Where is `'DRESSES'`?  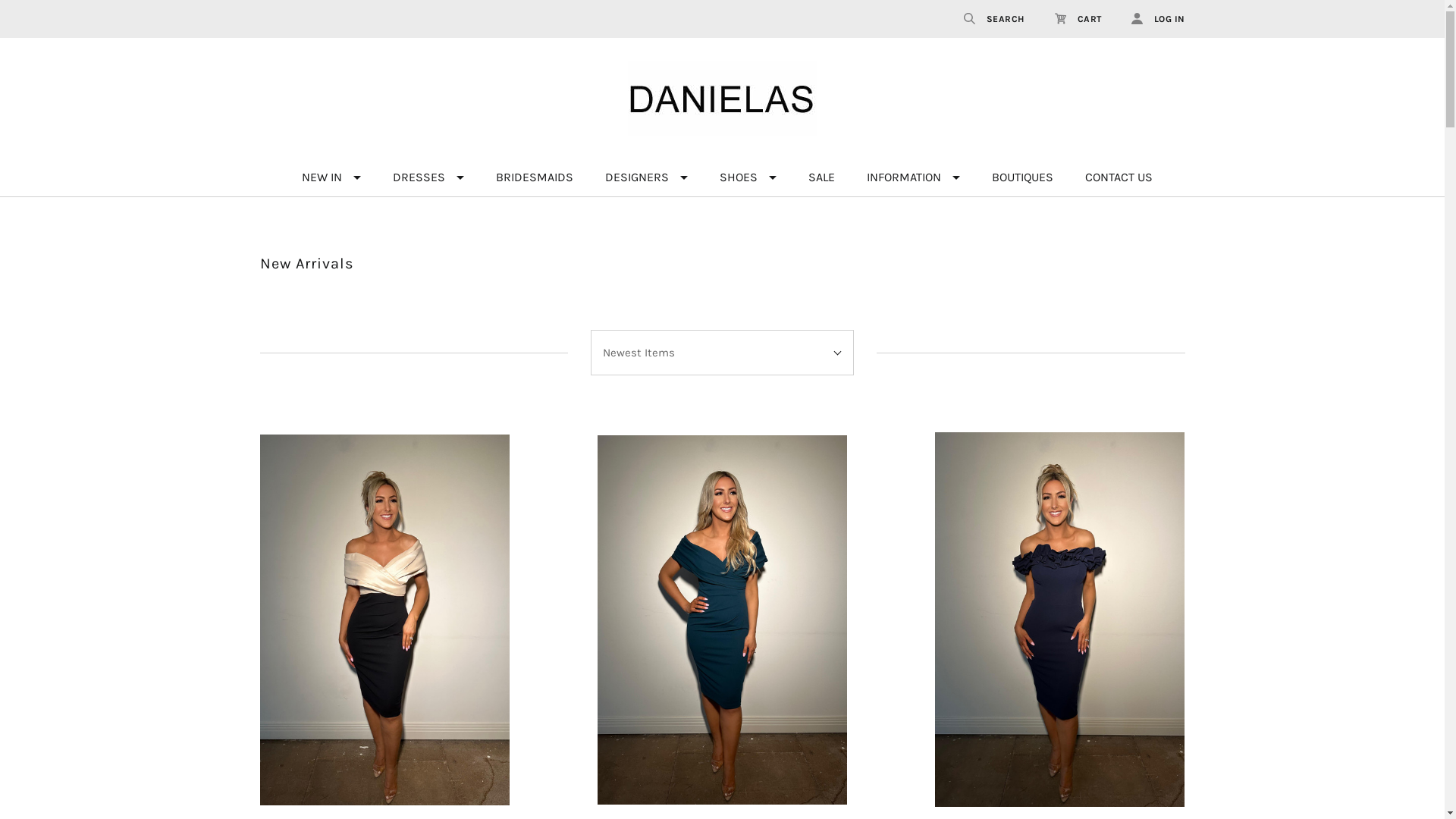
'DRESSES' is located at coordinates (427, 177).